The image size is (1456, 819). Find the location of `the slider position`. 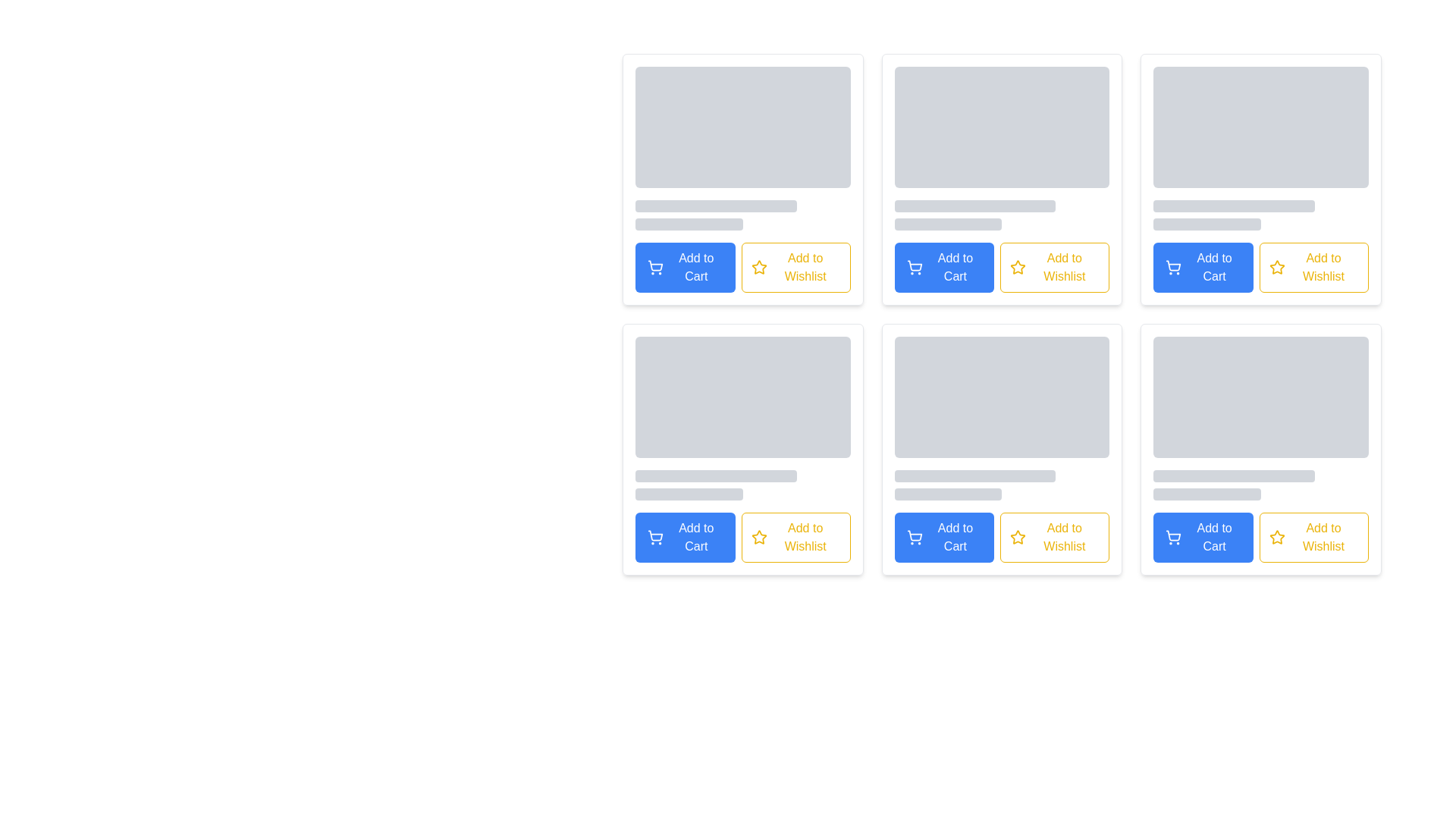

the slider position is located at coordinates (992, 494).